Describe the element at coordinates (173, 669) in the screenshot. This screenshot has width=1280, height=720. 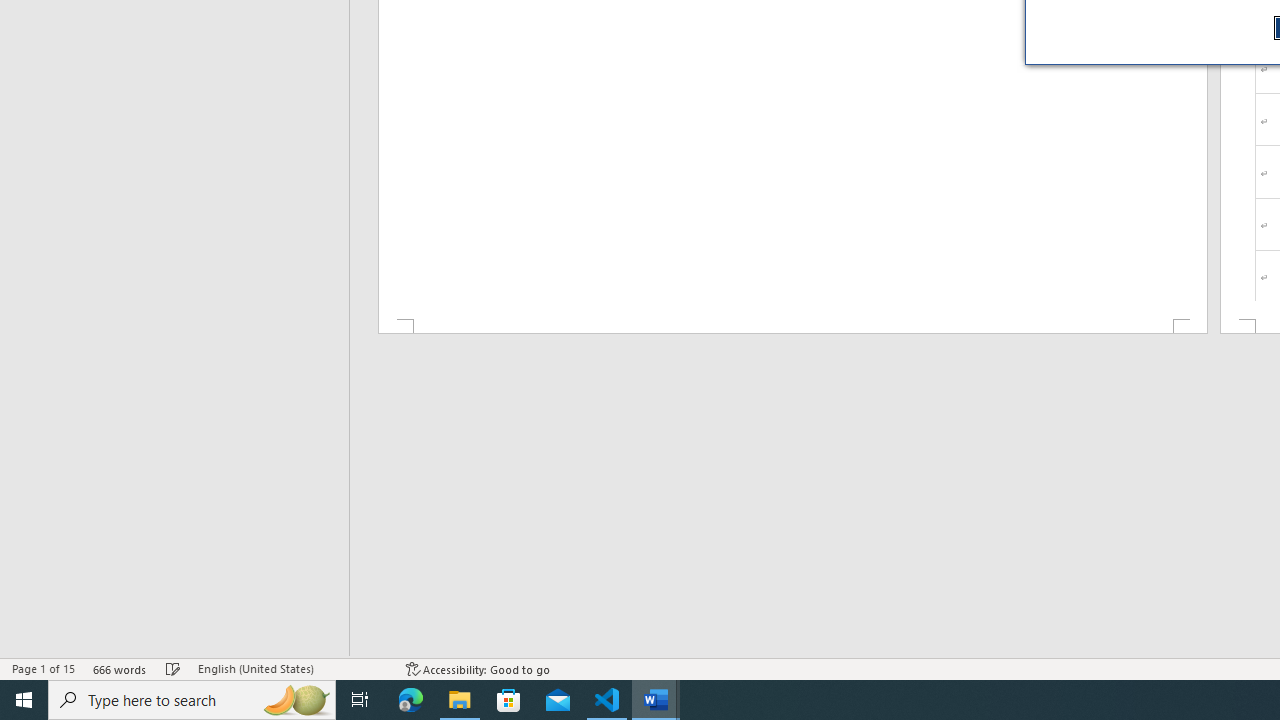
I see `'Spelling and Grammar Check Checking'` at that location.